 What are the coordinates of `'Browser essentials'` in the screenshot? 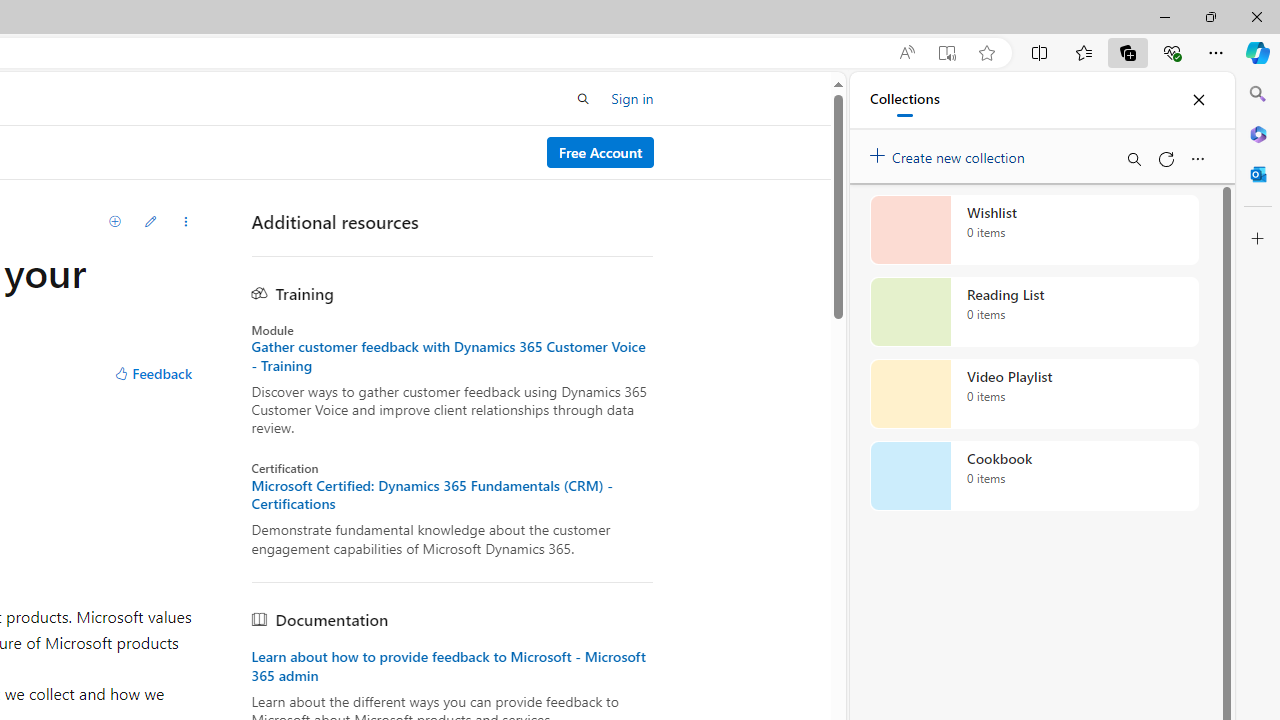 It's located at (1171, 51).